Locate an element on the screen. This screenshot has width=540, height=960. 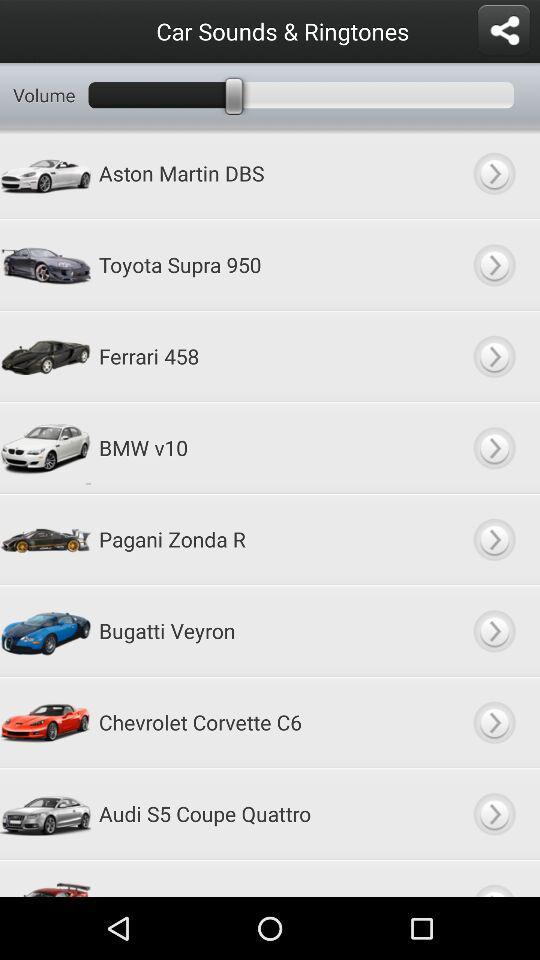
ferrari 458 car sounds is located at coordinates (493, 356).